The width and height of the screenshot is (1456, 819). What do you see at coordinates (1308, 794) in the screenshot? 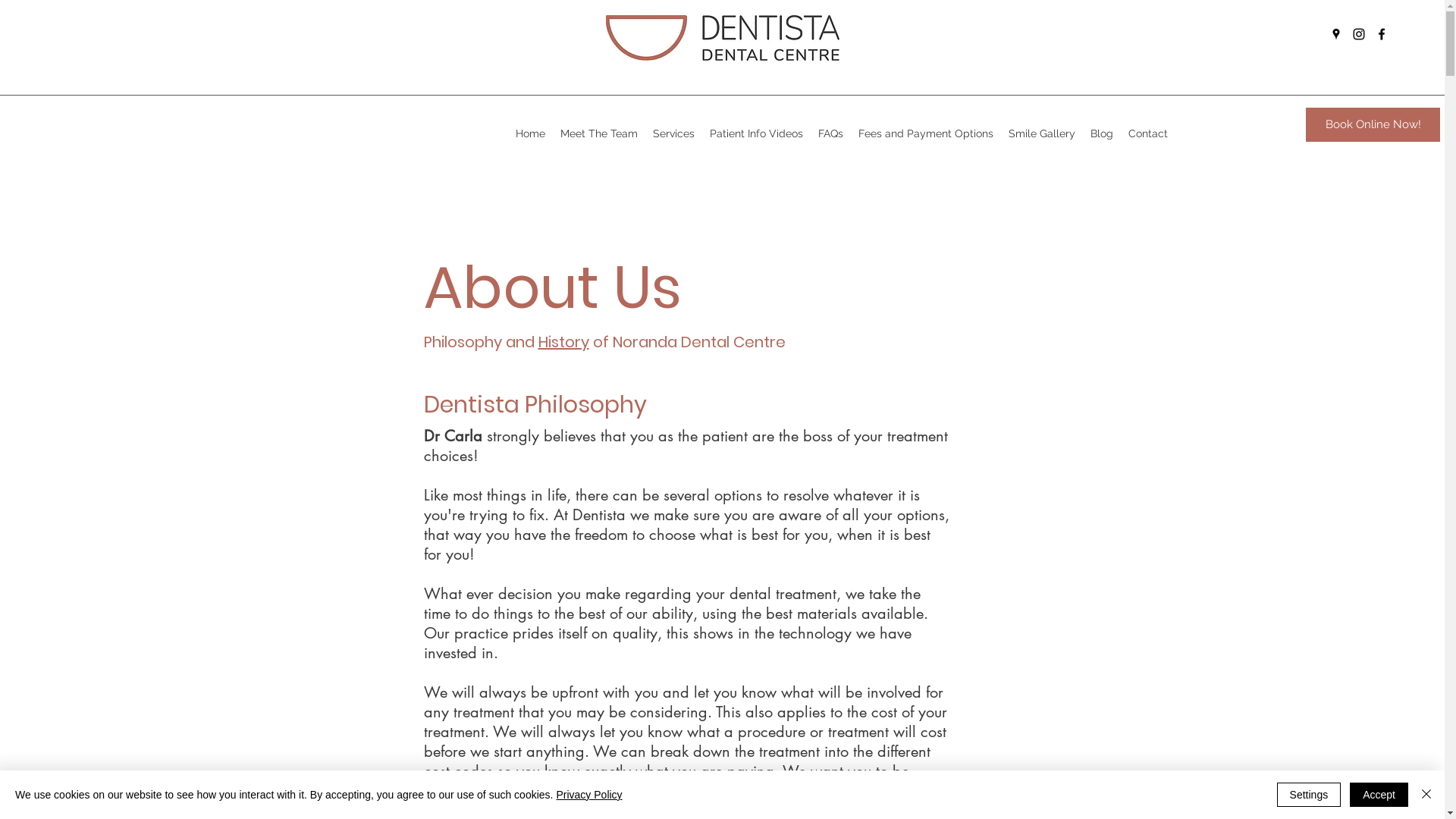
I see `'Settings'` at bounding box center [1308, 794].